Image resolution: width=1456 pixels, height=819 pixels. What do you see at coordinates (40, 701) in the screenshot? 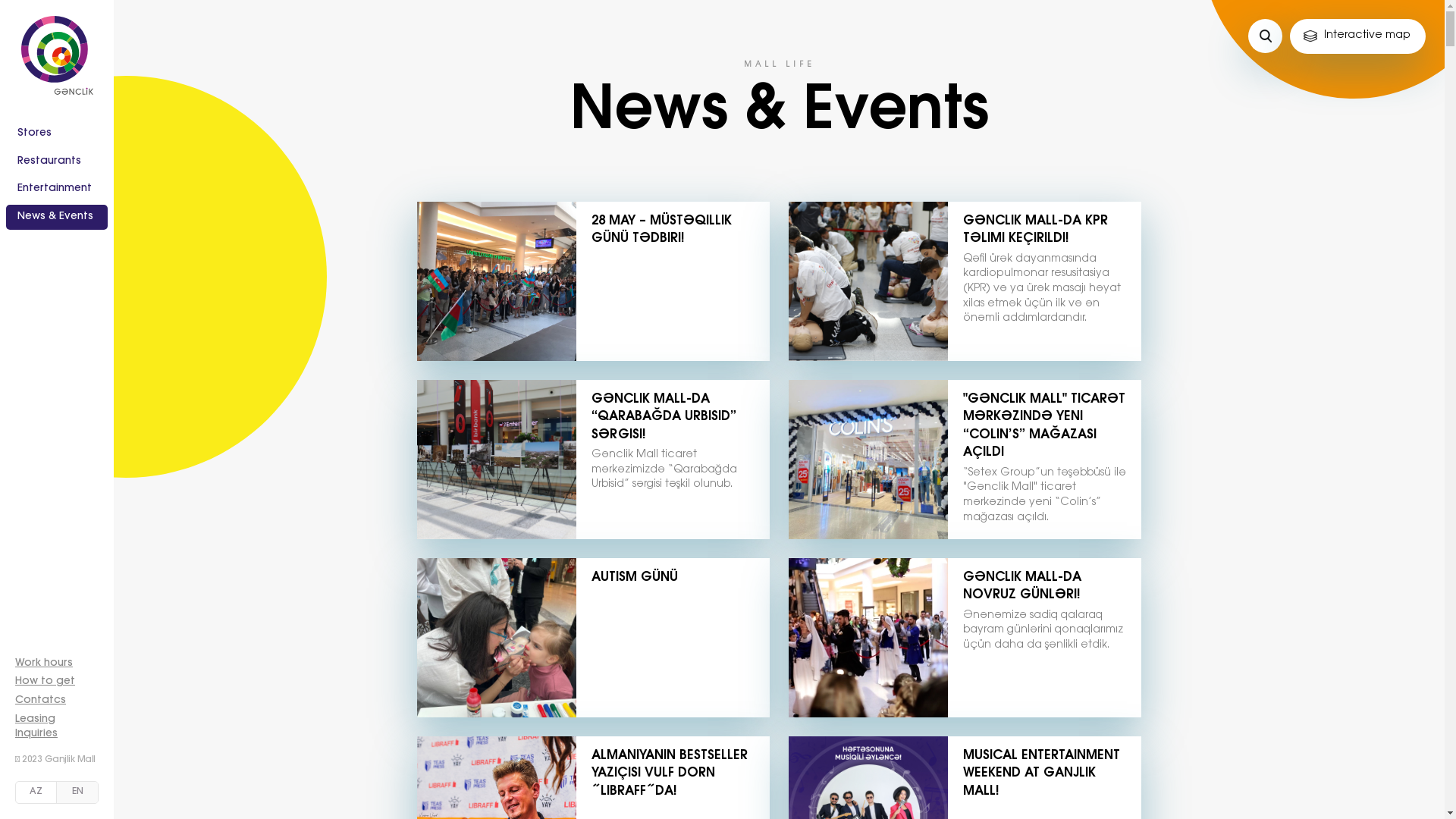
I see `'Contatcs'` at bounding box center [40, 701].